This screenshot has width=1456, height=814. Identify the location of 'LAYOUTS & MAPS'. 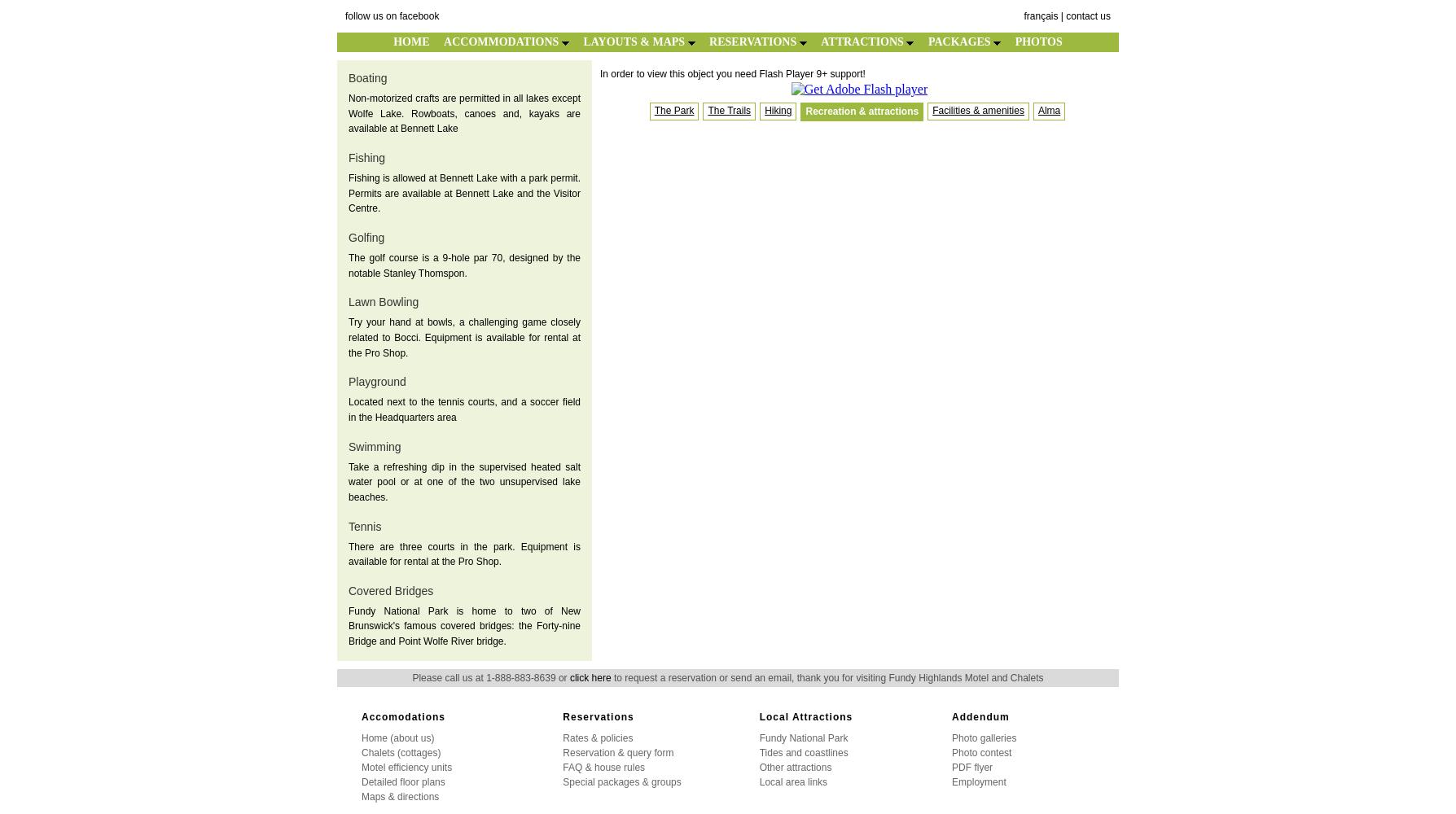
(634, 42).